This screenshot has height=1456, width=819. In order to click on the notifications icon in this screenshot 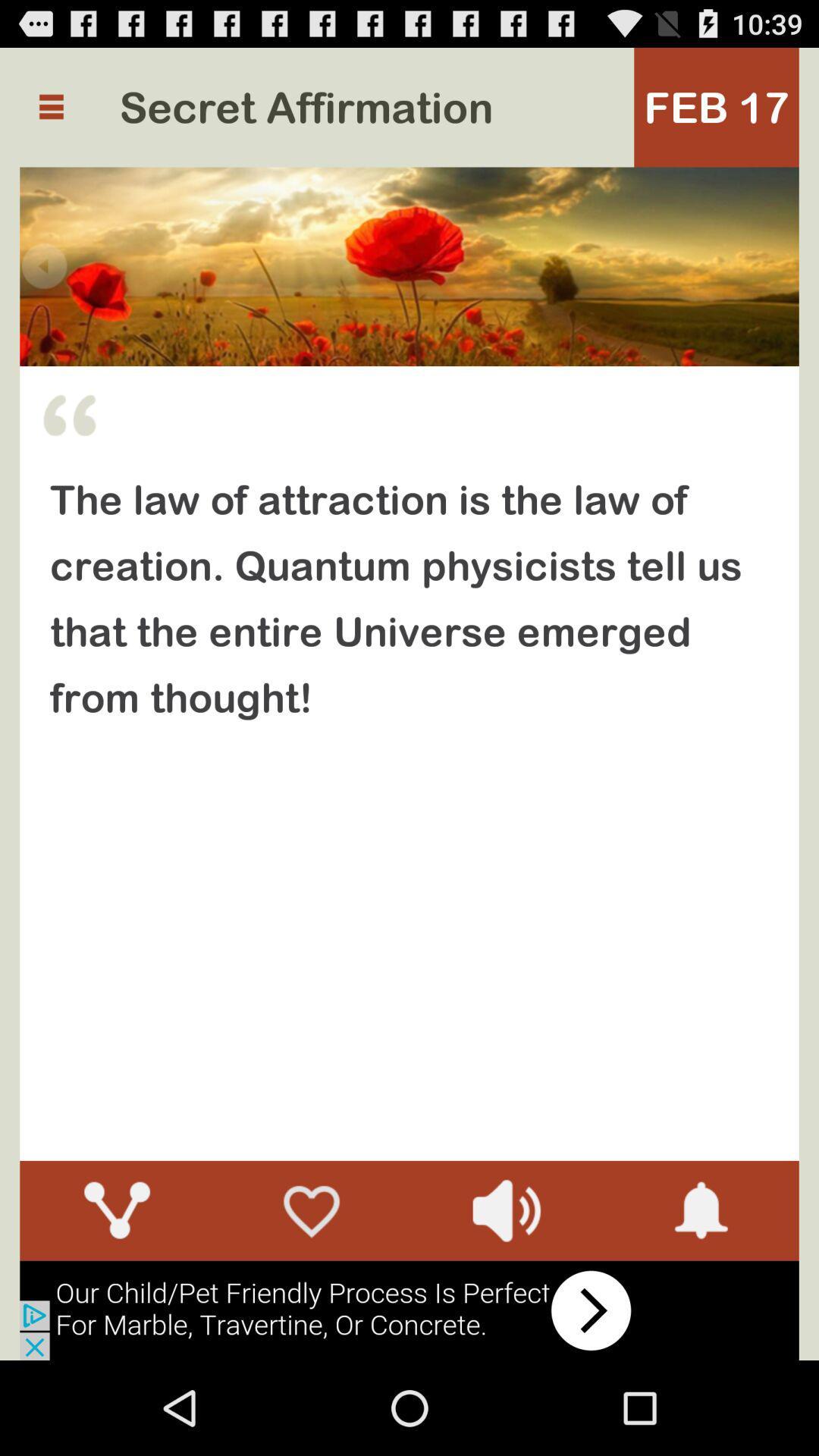, I will do `click(701, 1294)`.